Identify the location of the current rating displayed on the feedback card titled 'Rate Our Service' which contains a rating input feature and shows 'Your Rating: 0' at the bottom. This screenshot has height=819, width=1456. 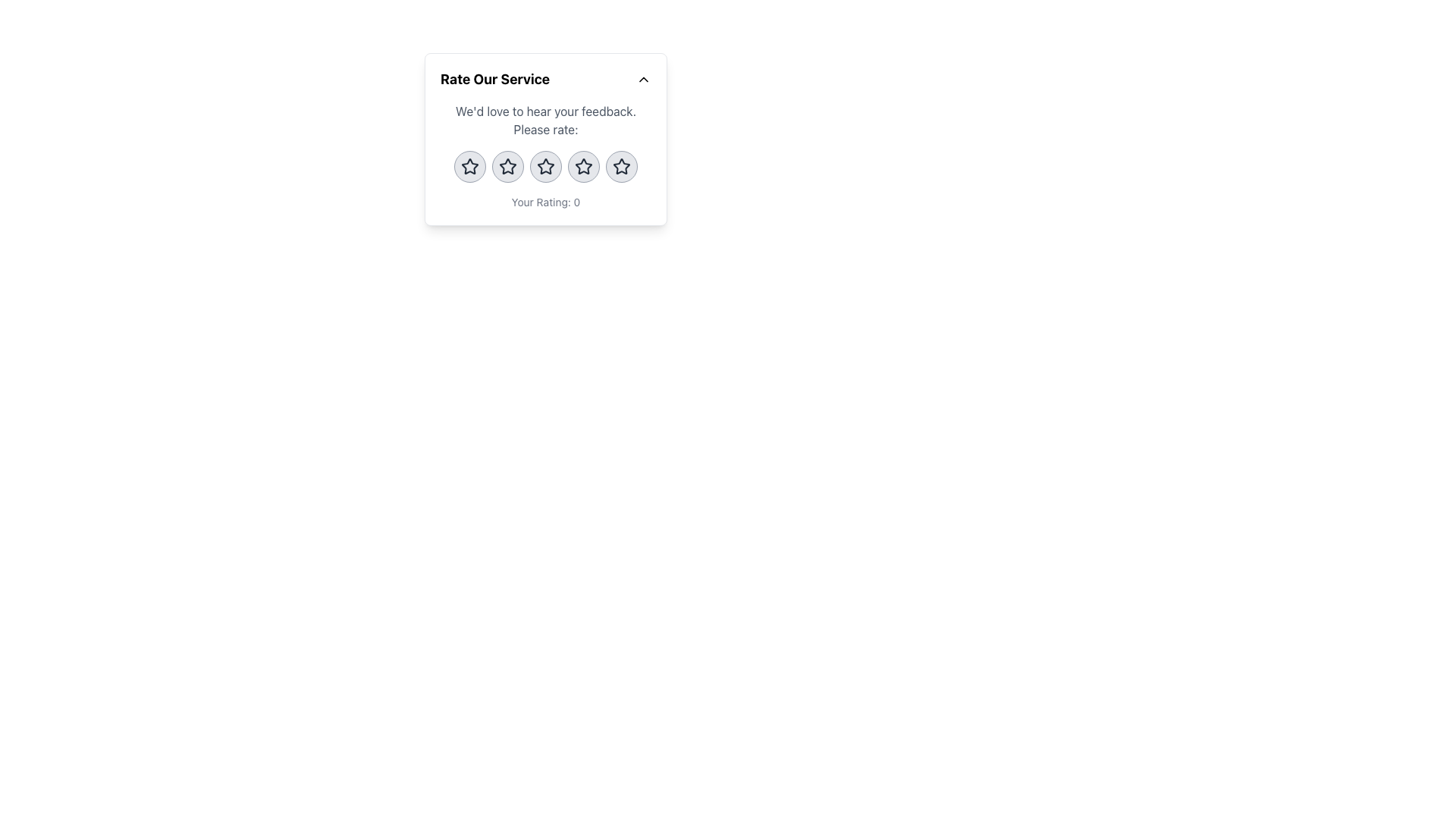
(546, 140).